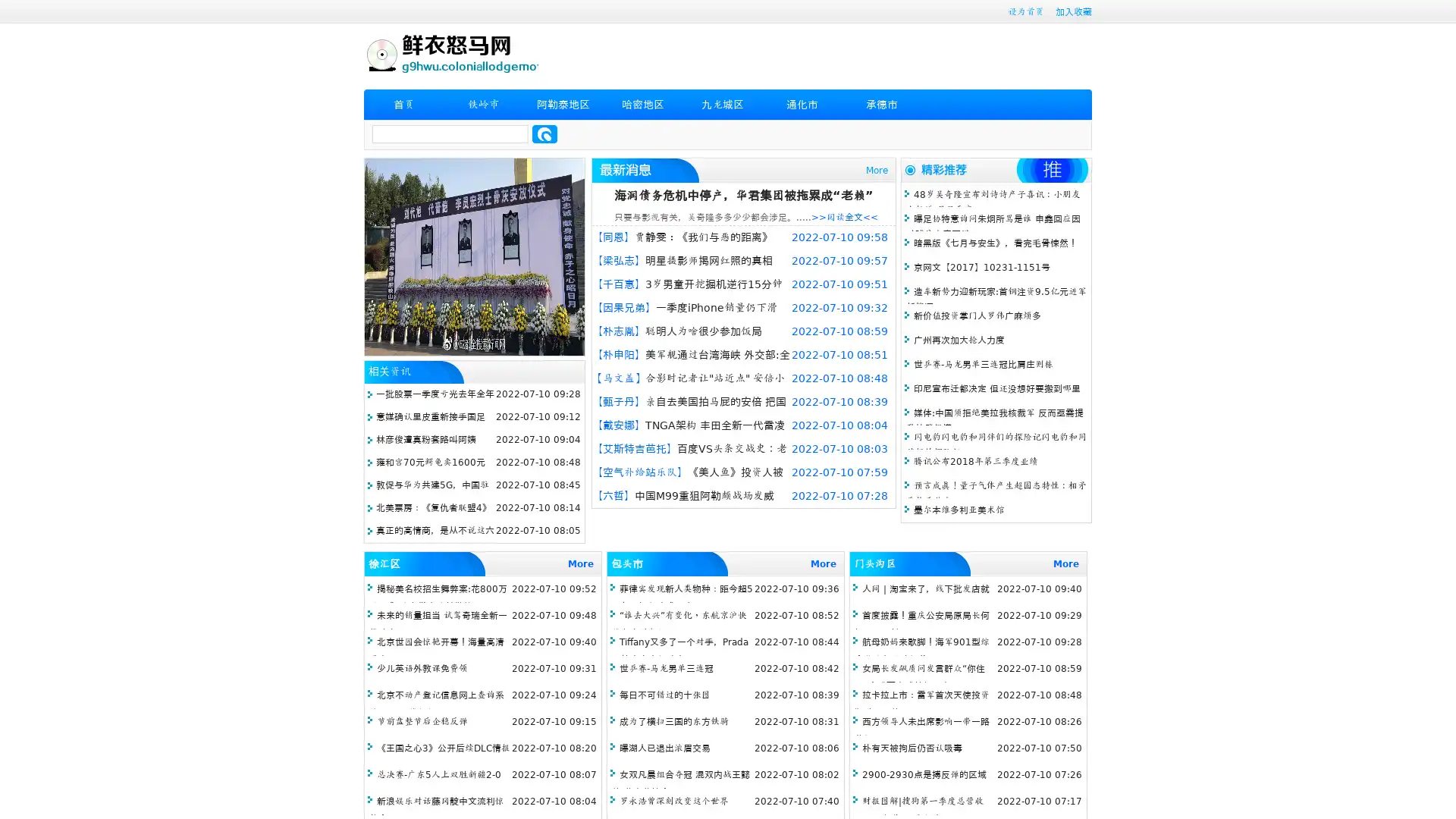 The height and width of the screenshot is (819, 1456). Describe the element at coordinates (544, 133) in the screenshot. I see `Search` at that location.